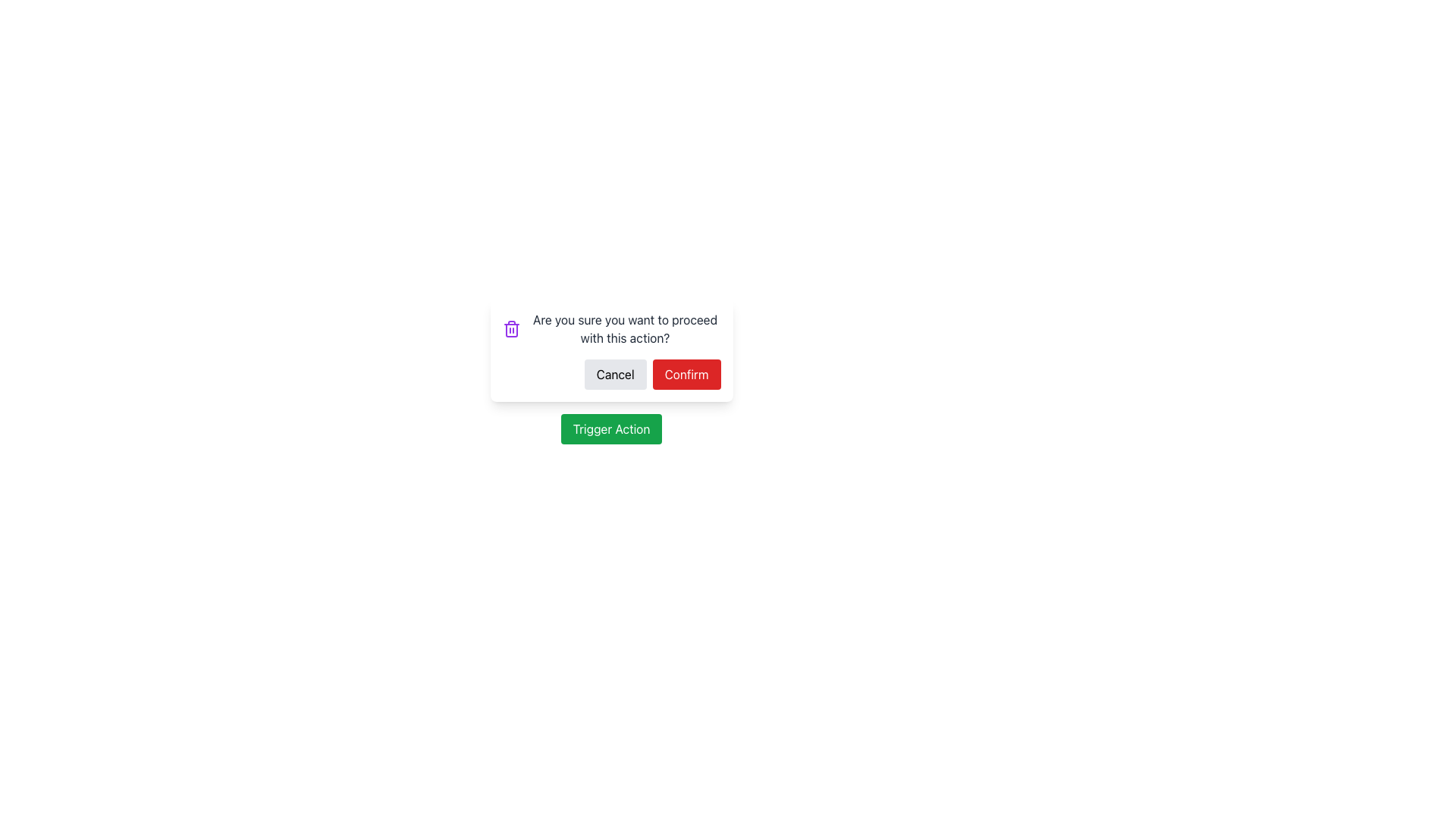  I want to click on the Modal Dialog to provide additional visual context by clicking on it, so click(611, 371).